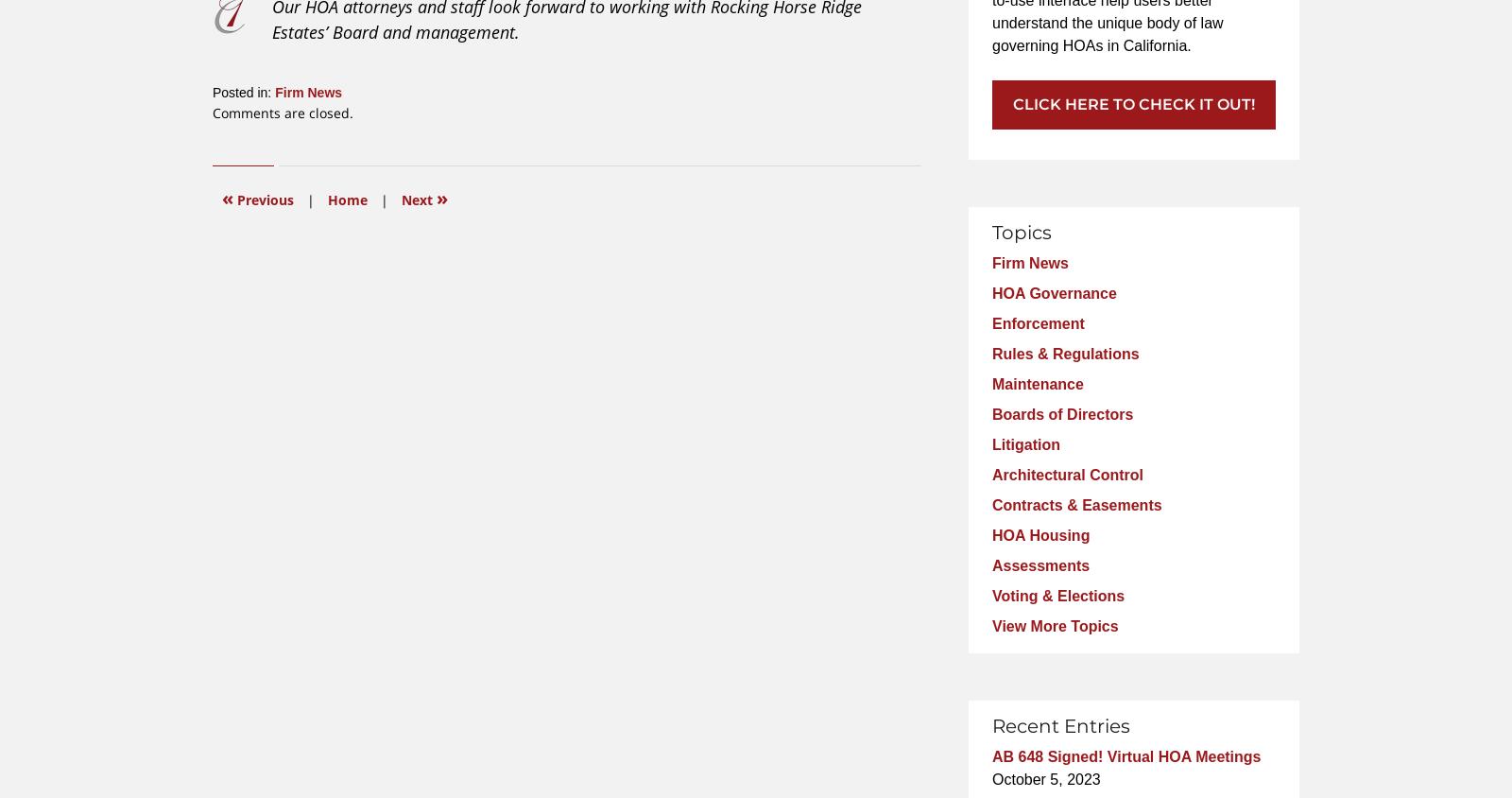 Image resolution: width=1512 pixels, height=798 pixels. Describe the element at coordinates (283, 113) in the screenshot. I see `'Comments are closed.'` at that location.